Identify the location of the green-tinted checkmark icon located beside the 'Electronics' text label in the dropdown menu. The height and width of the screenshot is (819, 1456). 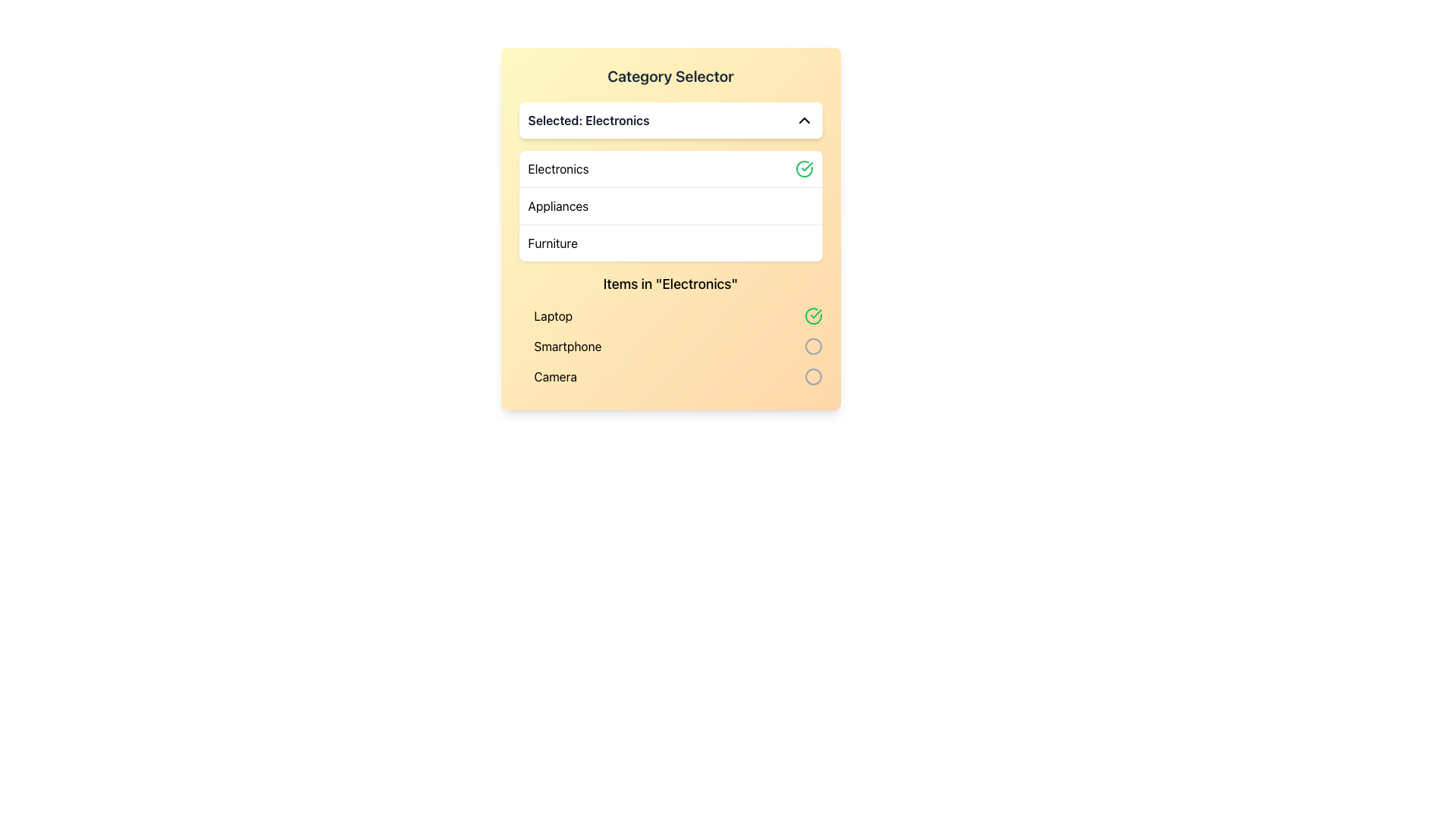
(806, 166).